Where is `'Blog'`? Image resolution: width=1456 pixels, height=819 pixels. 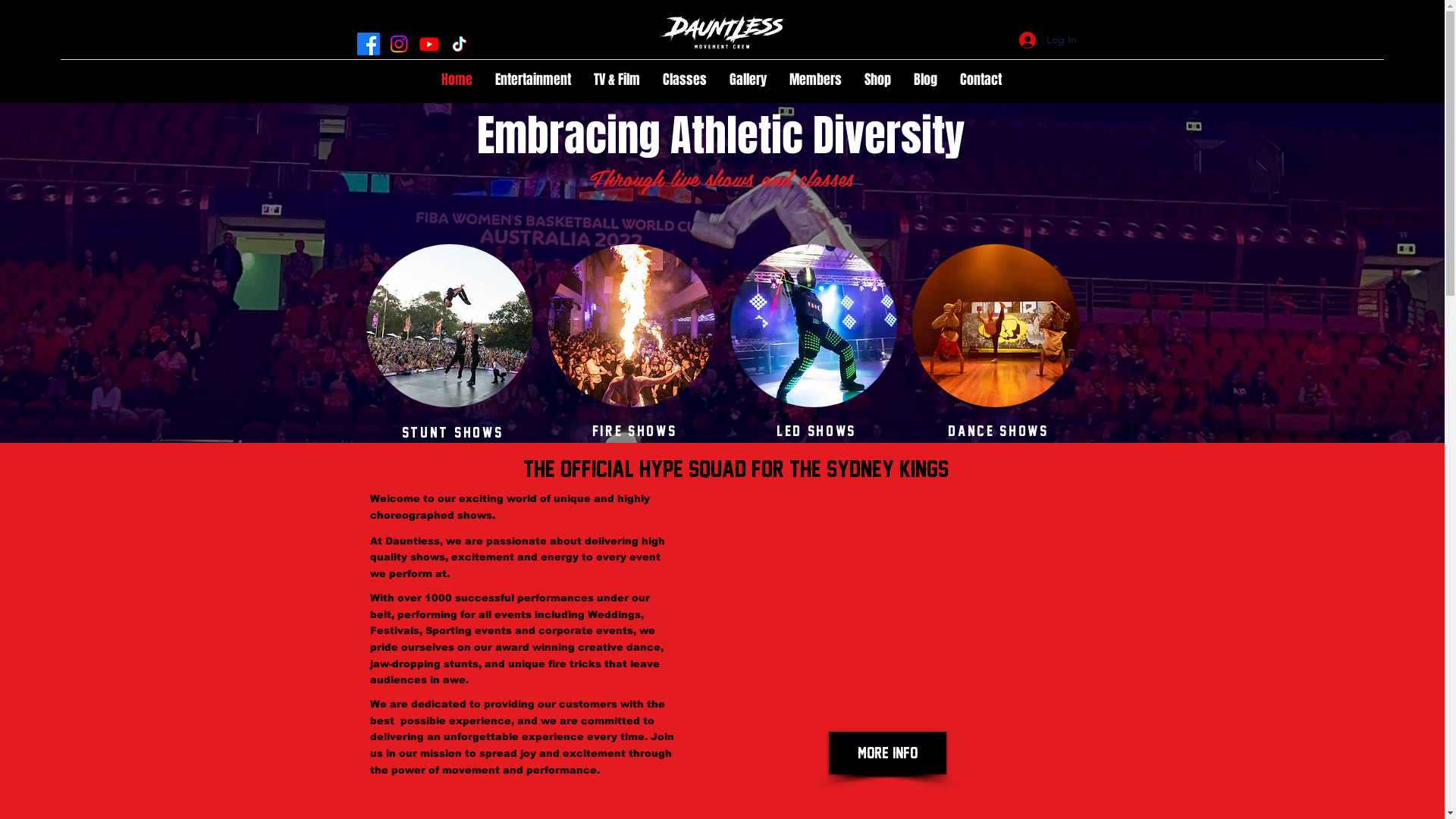
'Blog' is located at coordinates (924, 80).